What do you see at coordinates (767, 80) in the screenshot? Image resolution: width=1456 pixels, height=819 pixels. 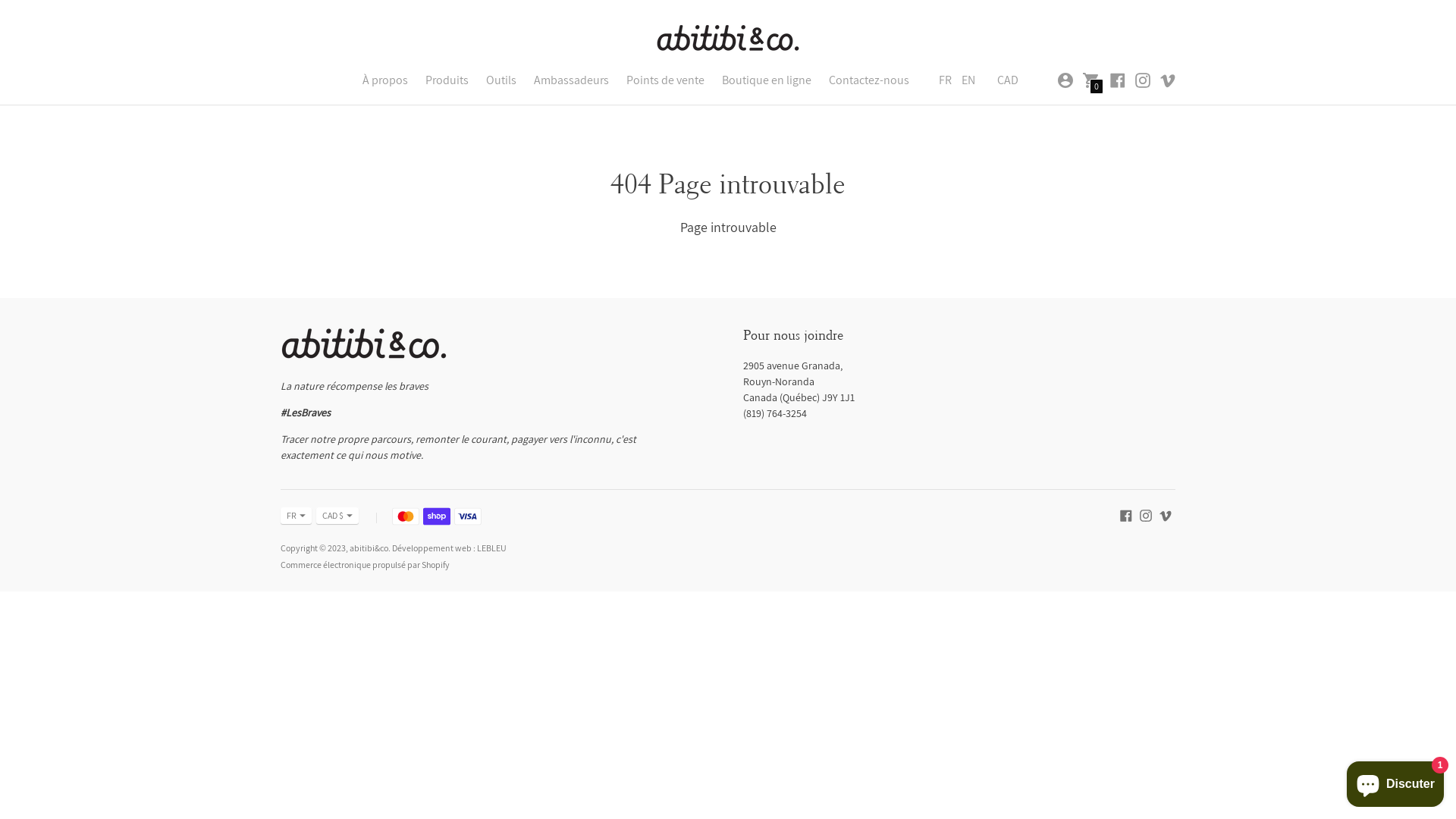 I see `'Boutique en ligne'` at bounding box center [767, 80].